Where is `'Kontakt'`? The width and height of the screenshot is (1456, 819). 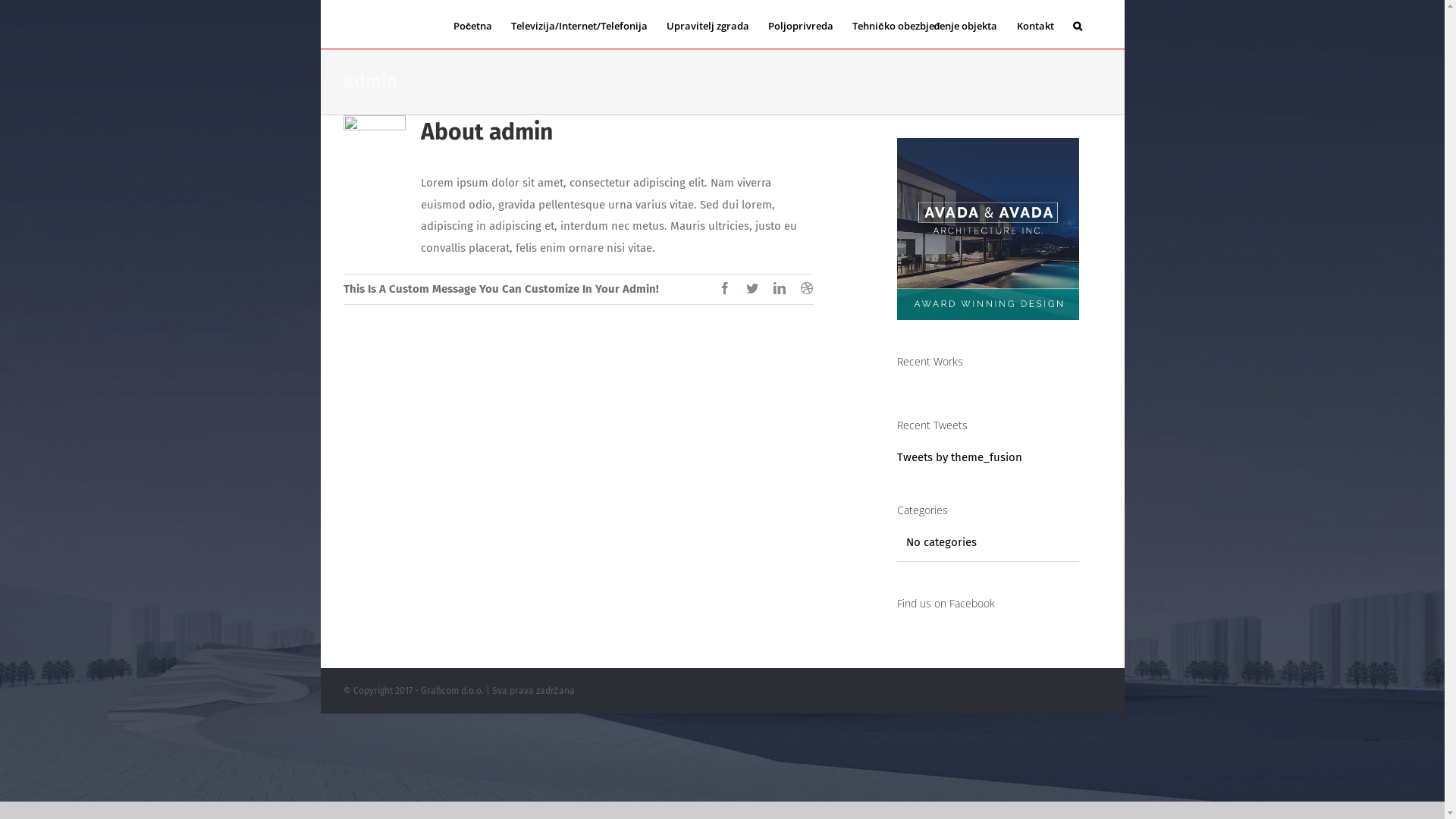
'Kontakt' is located at coordinates (1034, 24).